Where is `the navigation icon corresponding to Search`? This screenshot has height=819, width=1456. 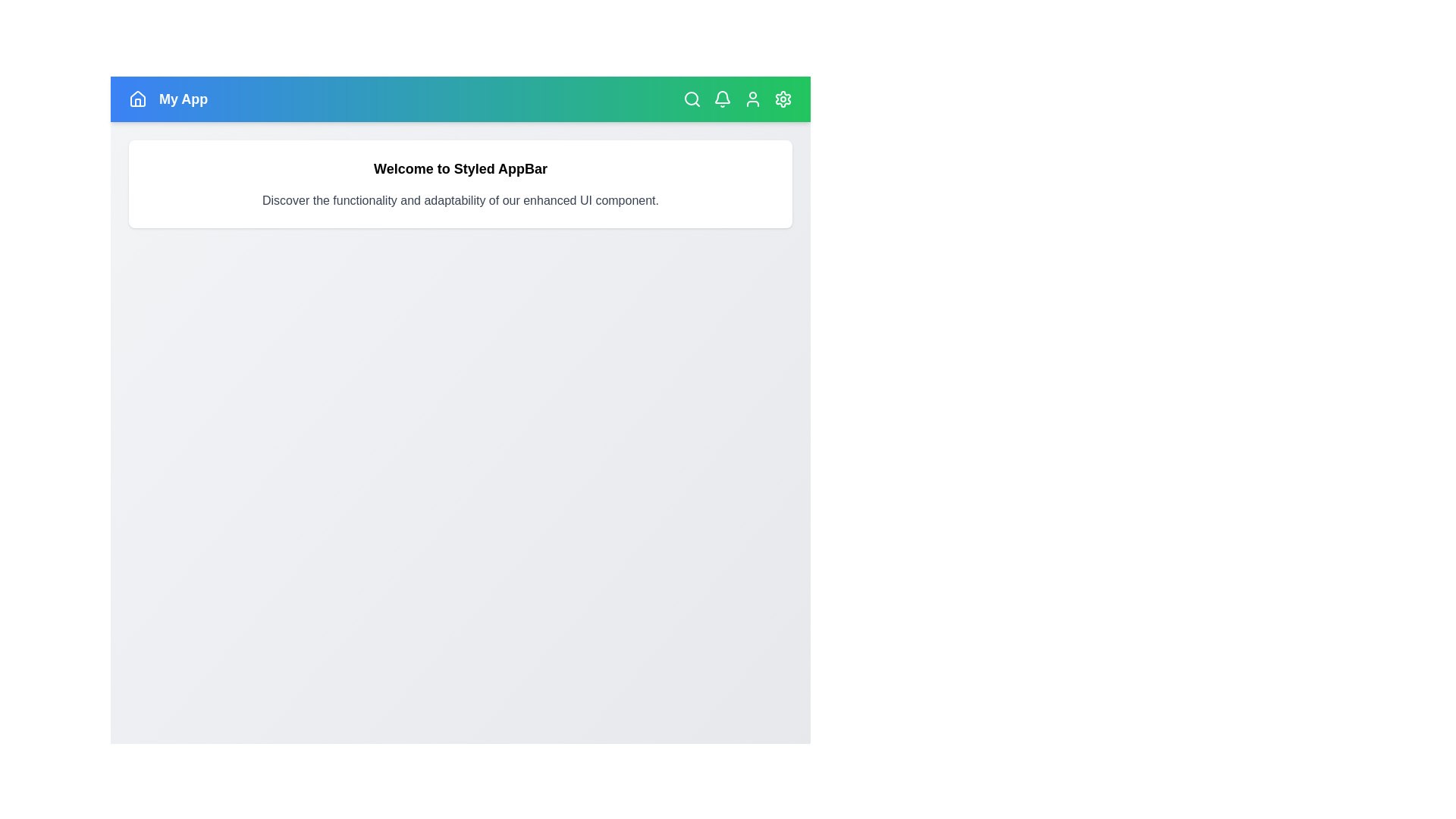
the navigation icon corresponding to Search is located at coordinates (691, 99).